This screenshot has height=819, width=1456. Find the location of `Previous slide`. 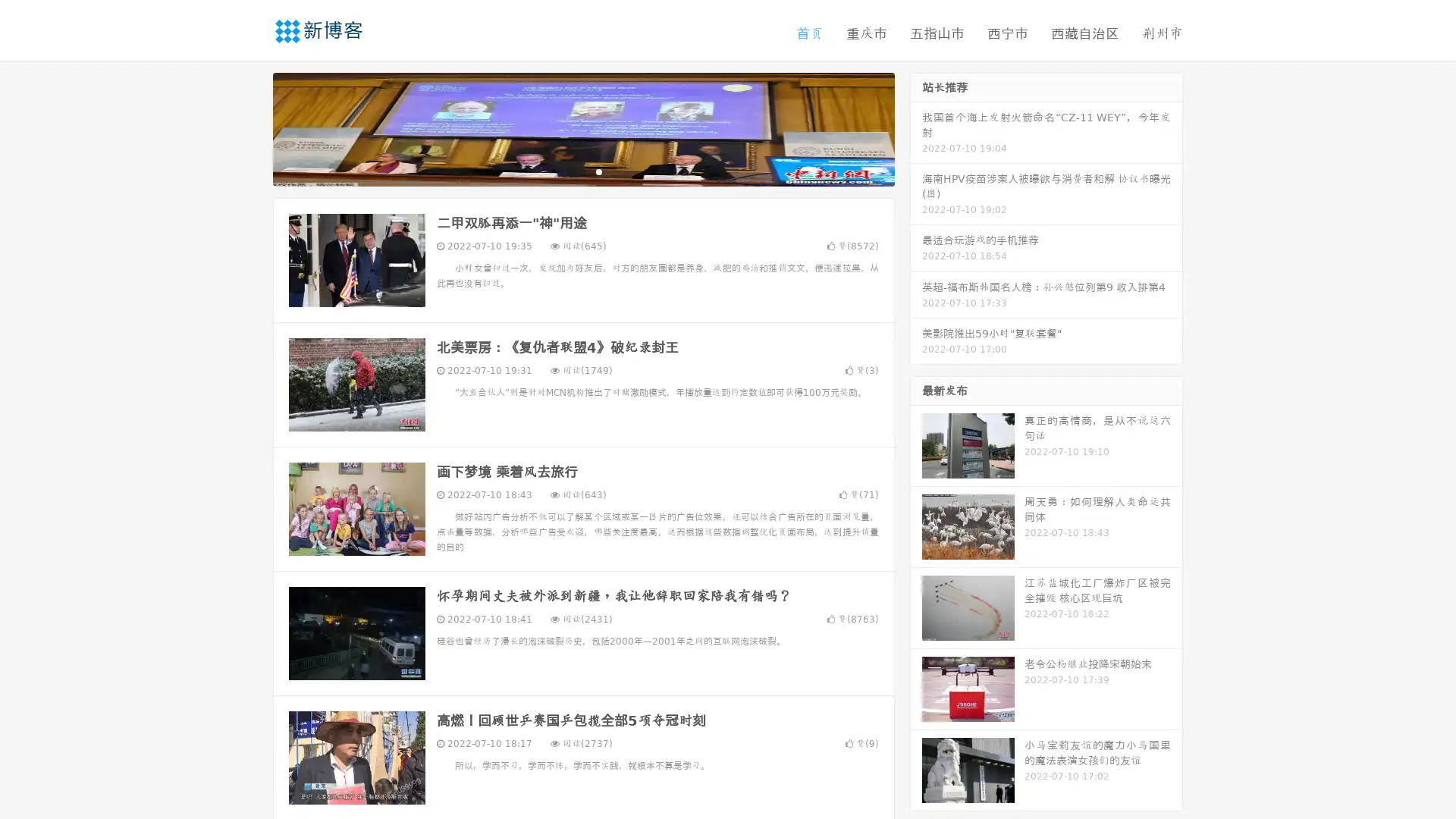

Previous slide is located at coordinates (250, 127).